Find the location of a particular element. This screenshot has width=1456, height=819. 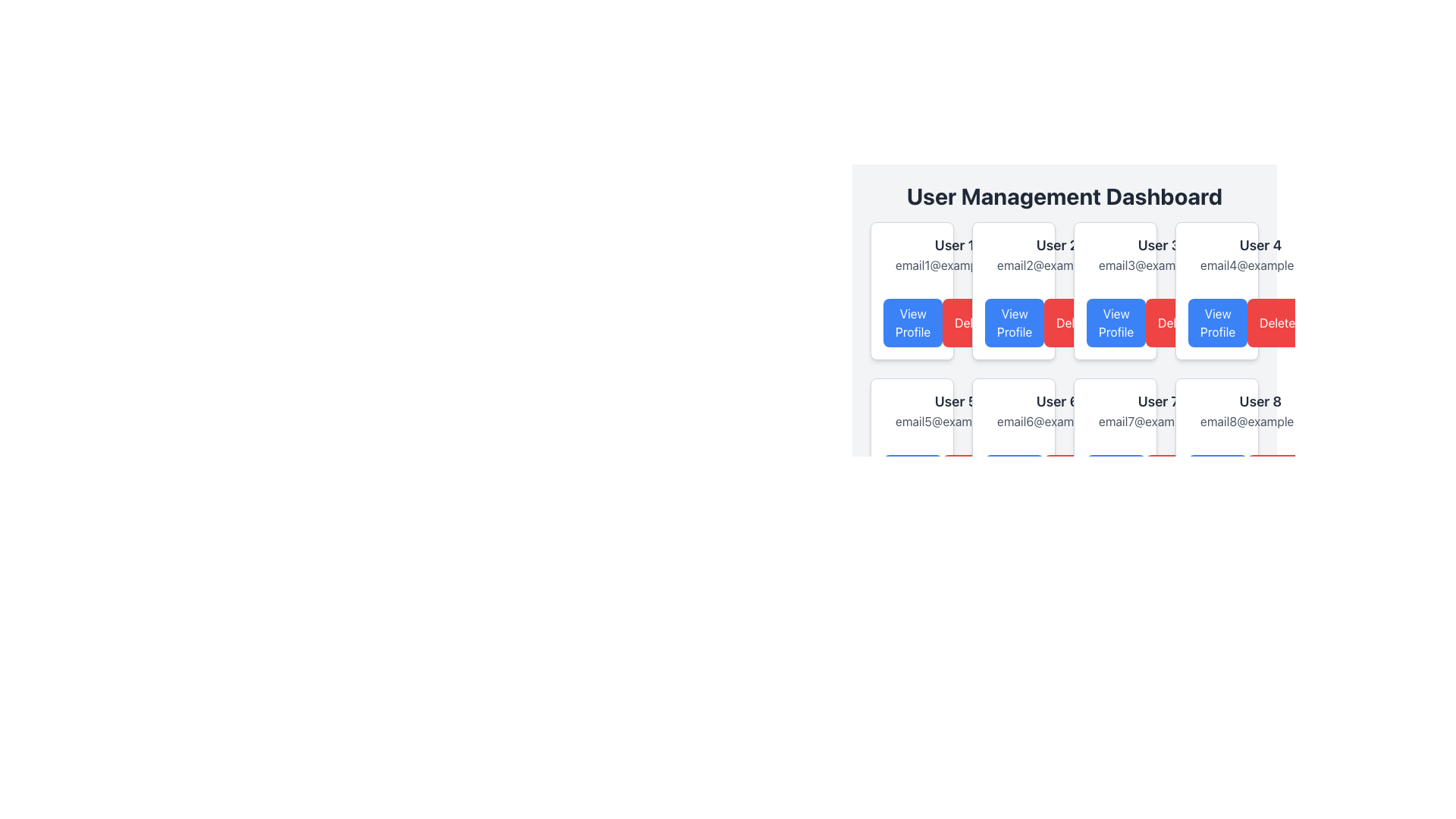

the text label displaying 'User 1', which is positioned at the top section of the user information card above the email address in the user management dashboard is located at coordinates (953, 245).